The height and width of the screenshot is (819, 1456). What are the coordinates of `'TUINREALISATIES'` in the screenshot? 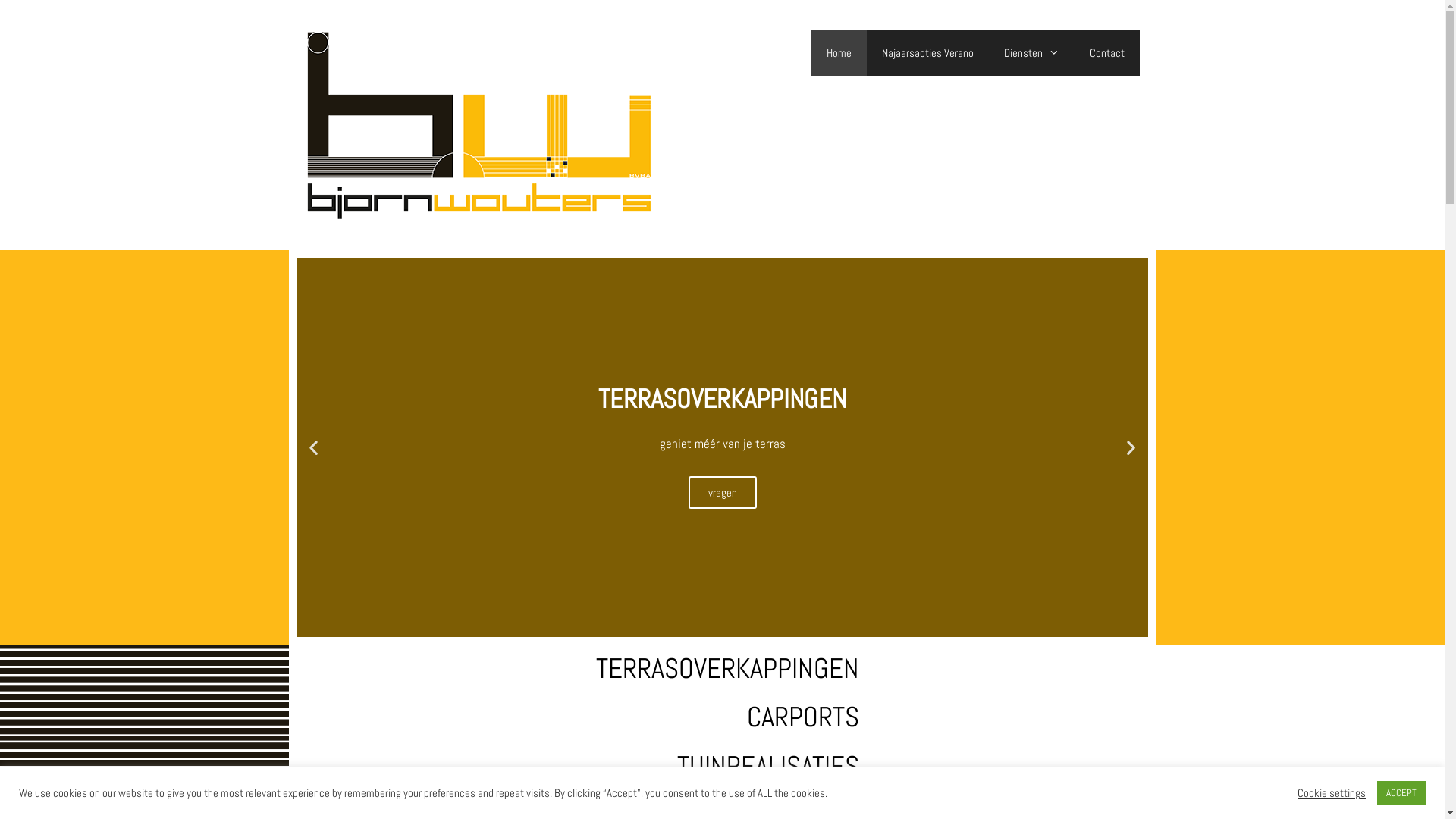 It's located at (767, 766).